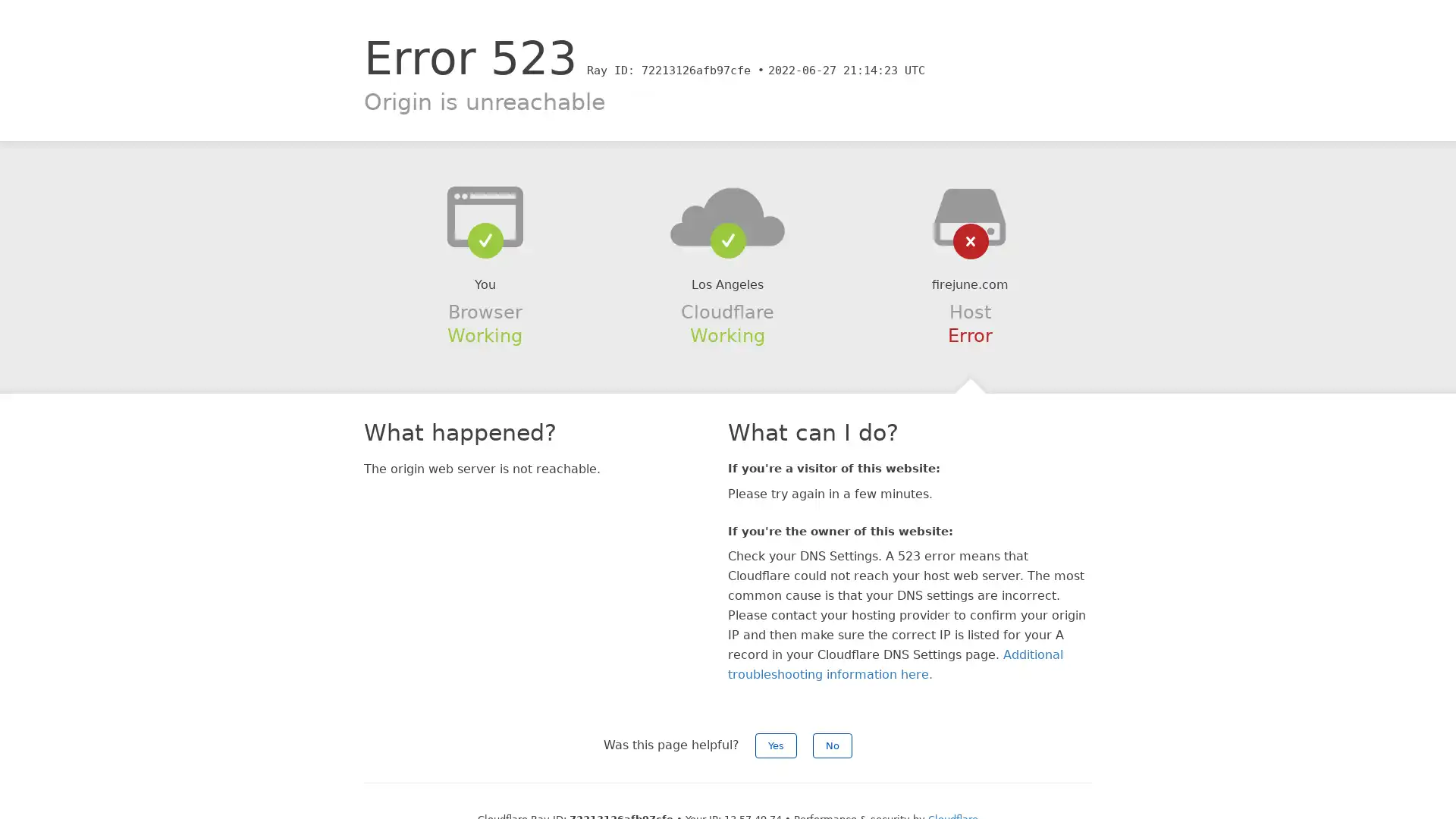 The image size is (1456, 819). I want to click on Yes, so click(776, 745).